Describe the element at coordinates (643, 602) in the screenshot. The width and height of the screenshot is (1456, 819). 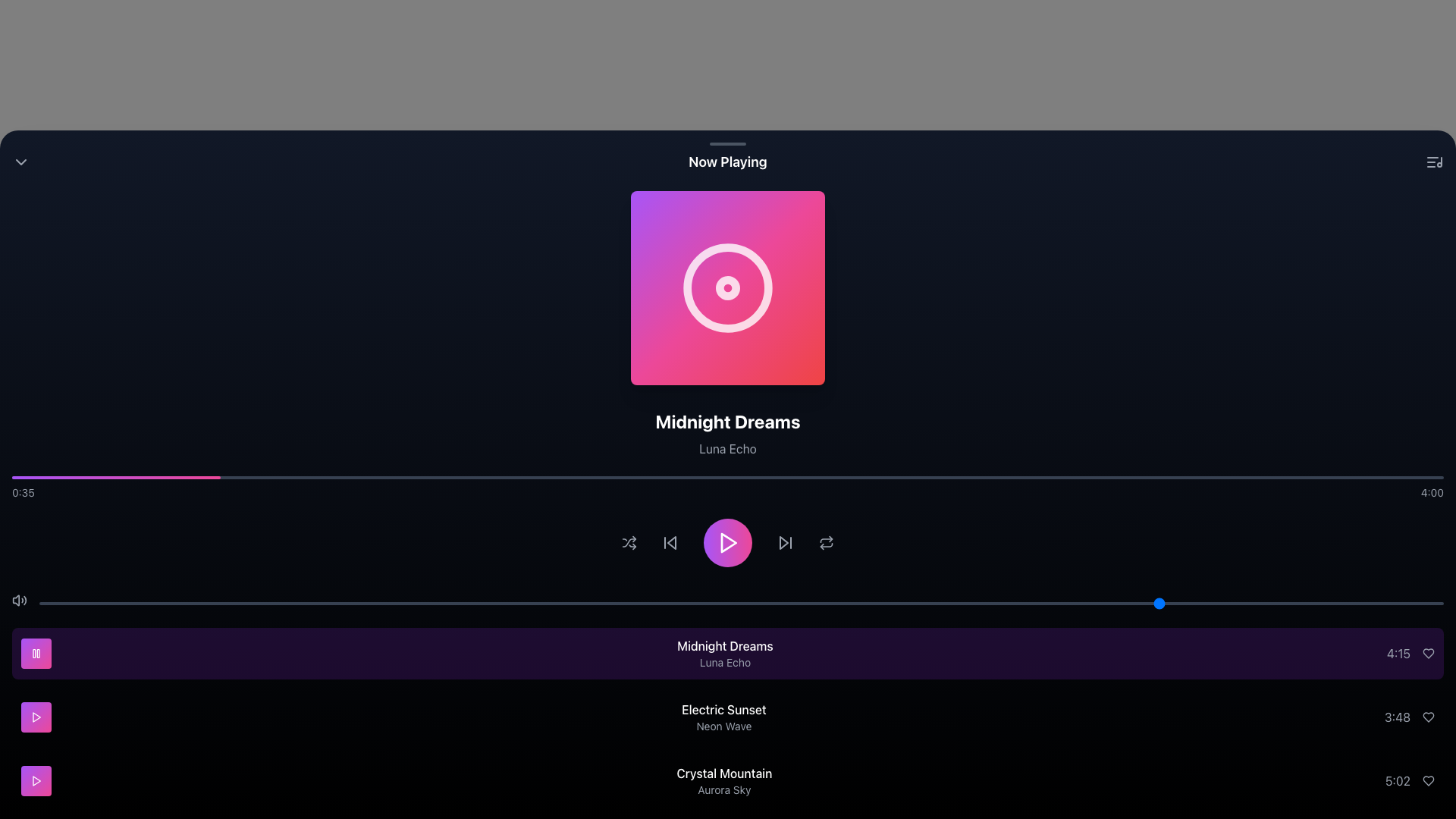
I see `the slider value` at that location.